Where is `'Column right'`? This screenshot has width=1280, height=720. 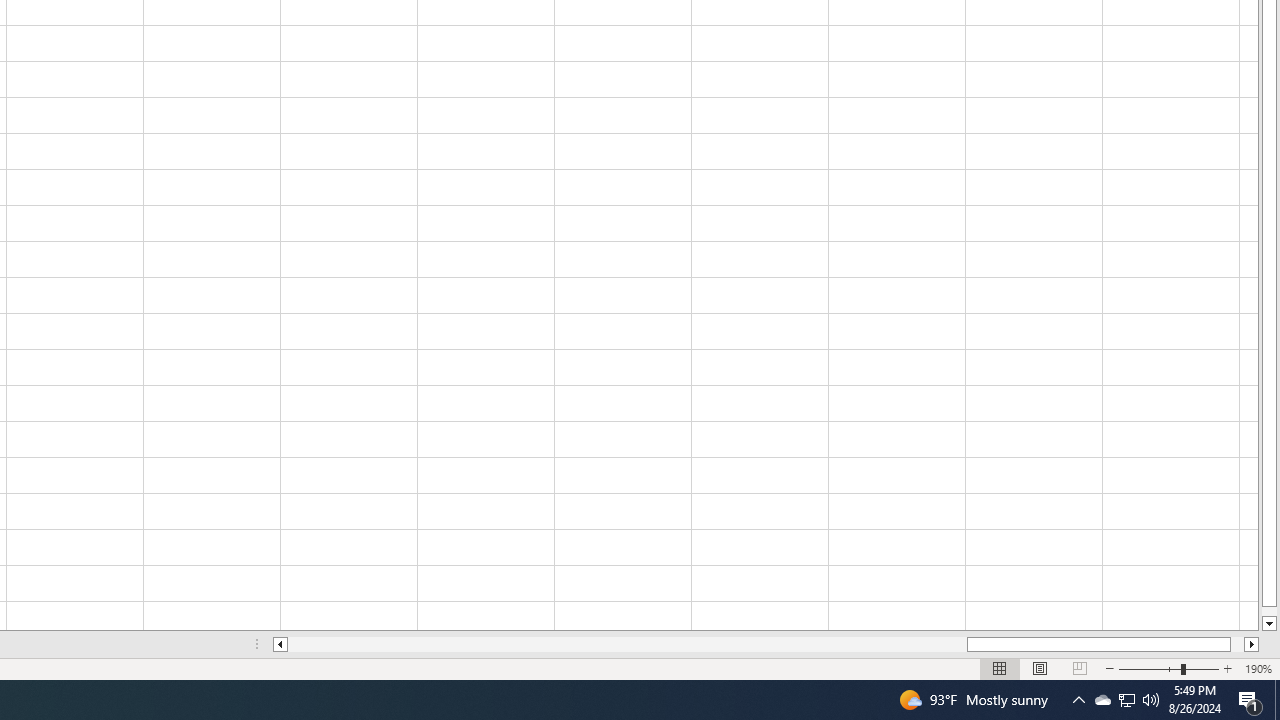 'Column right' is located at coordinates (1251, 644).